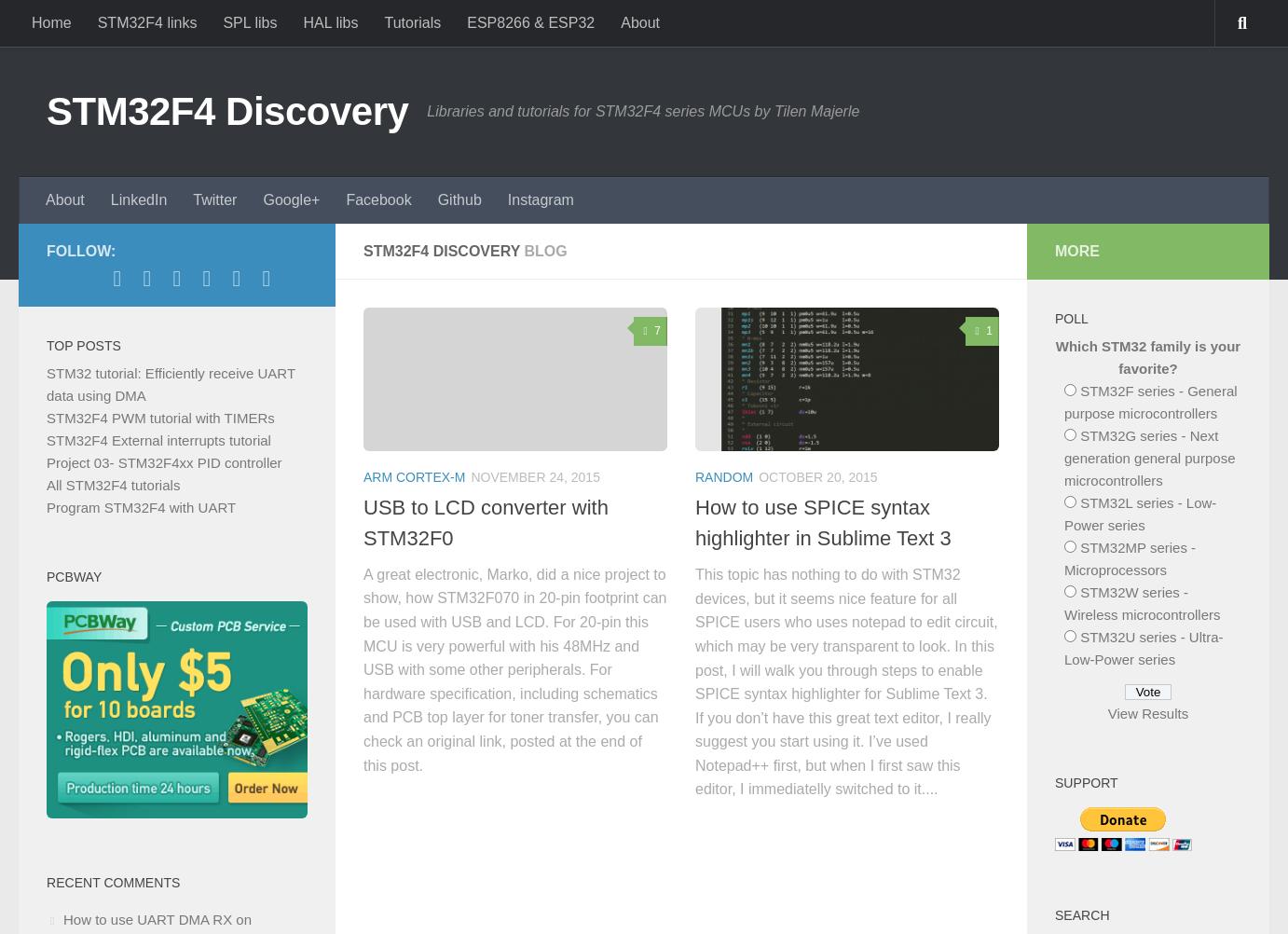 The width and height of the screenshot is (1288, 934). Describe the element at coordinates (81, 250) in the screenshot. I see `'Follow:'` at that location.